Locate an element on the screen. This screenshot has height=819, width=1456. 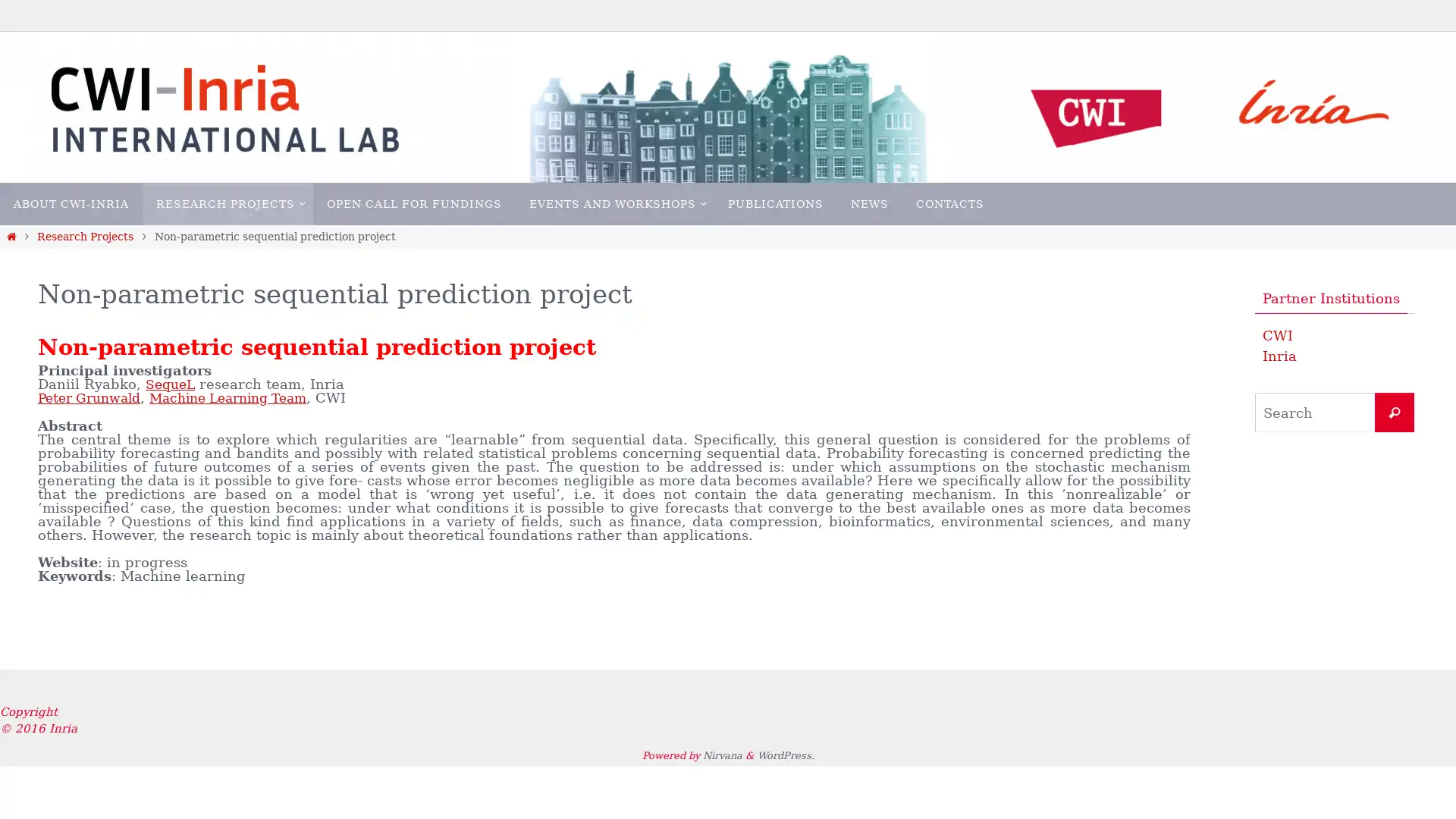
Search is located at coordinates (1394, 412).